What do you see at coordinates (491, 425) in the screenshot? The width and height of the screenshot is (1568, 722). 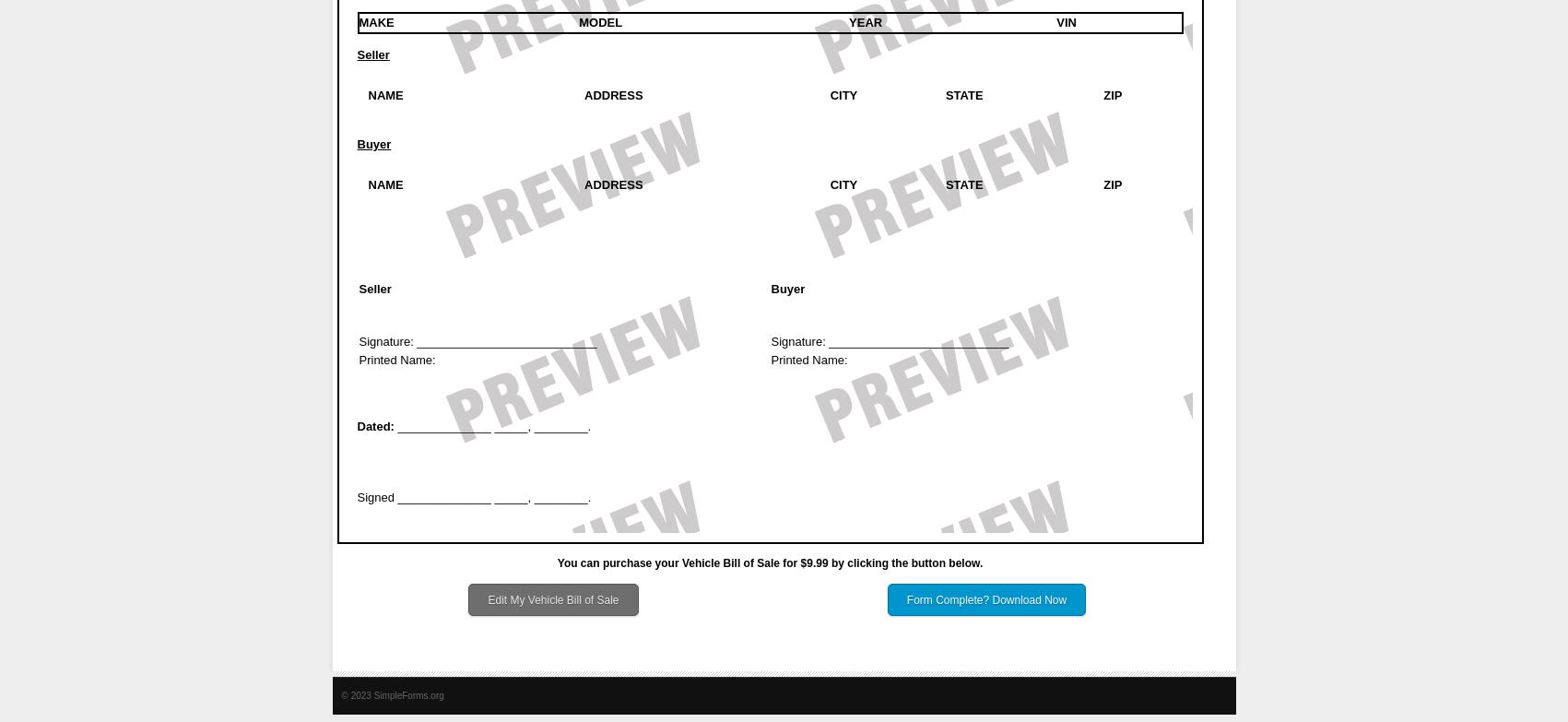 I see `'______________ _____, ________.'` at bounding box center [491, 425].